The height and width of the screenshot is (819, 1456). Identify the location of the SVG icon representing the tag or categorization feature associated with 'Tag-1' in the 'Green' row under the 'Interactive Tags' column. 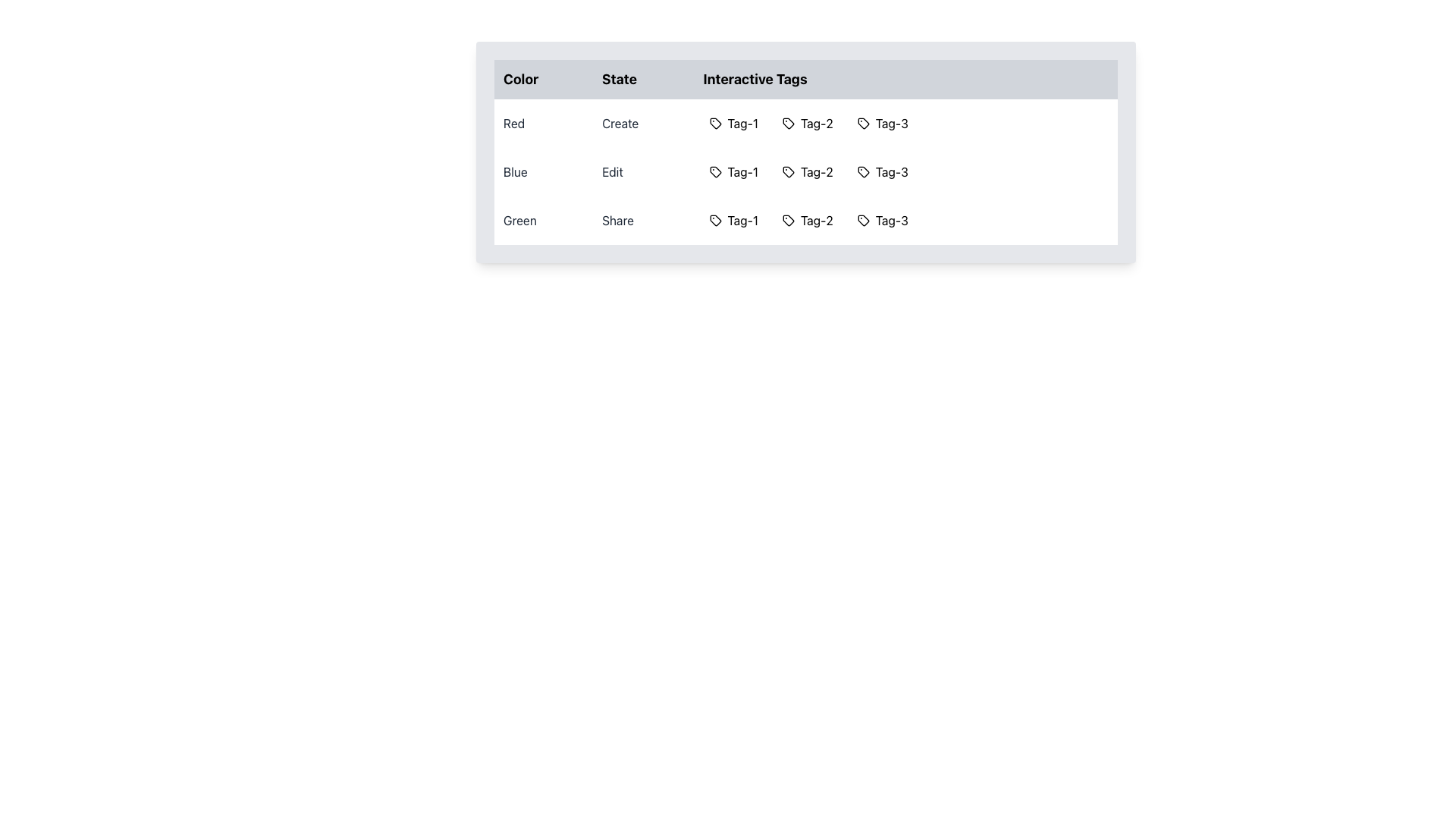
(714, 220).